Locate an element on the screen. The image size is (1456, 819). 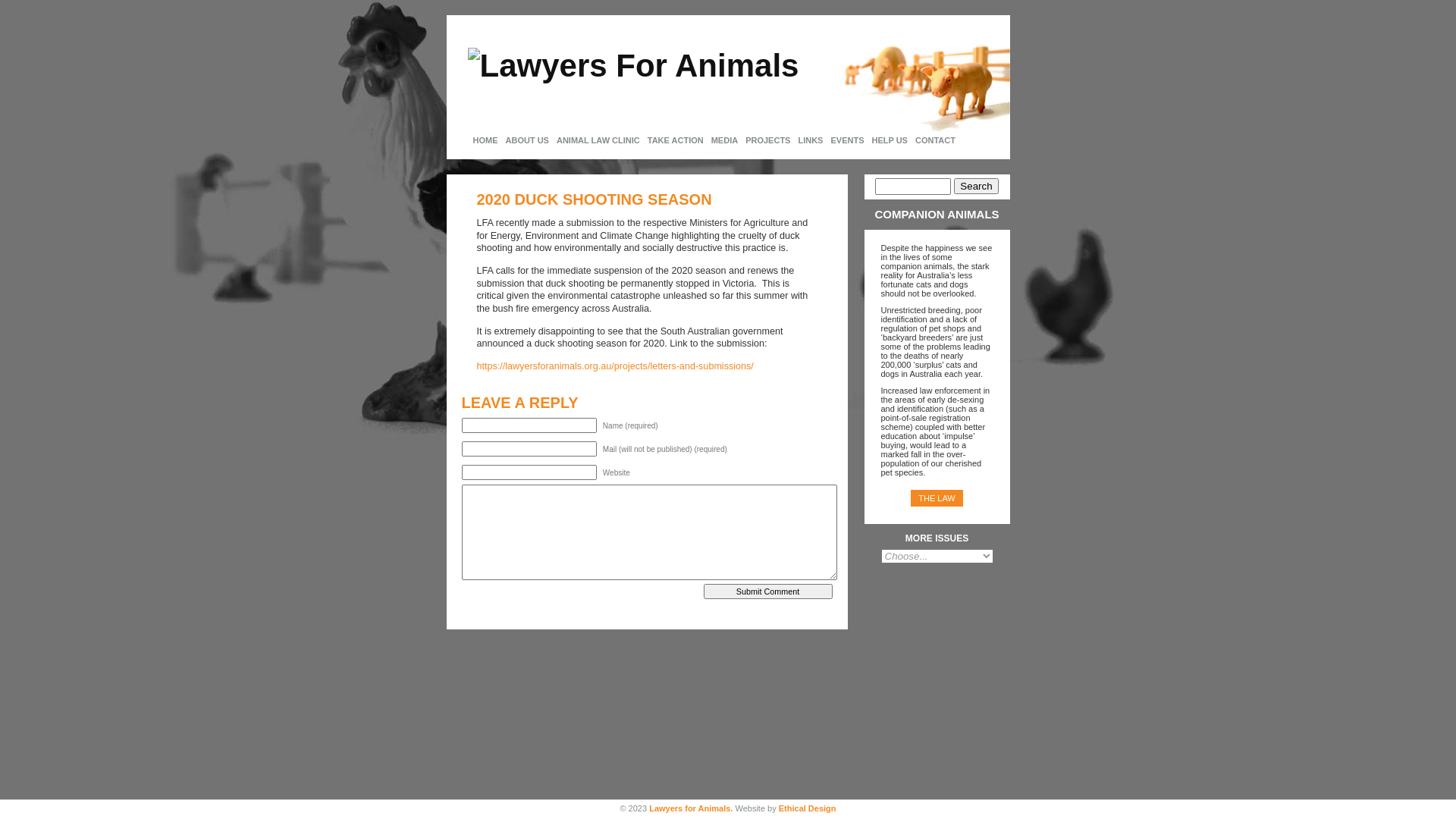
'ABOUT US' is located at coordinates (527, 140).